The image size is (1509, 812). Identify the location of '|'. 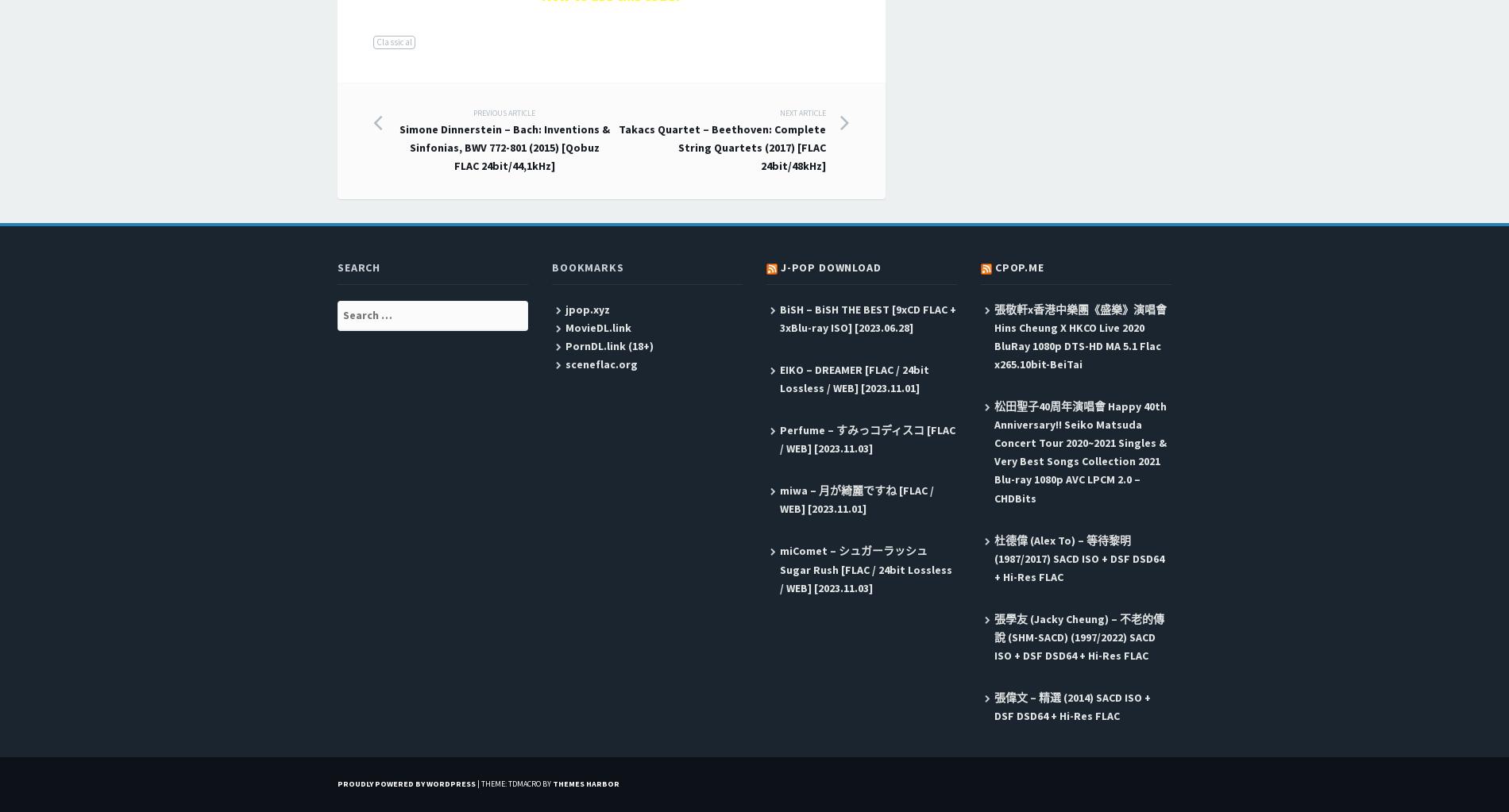
(479, 783).